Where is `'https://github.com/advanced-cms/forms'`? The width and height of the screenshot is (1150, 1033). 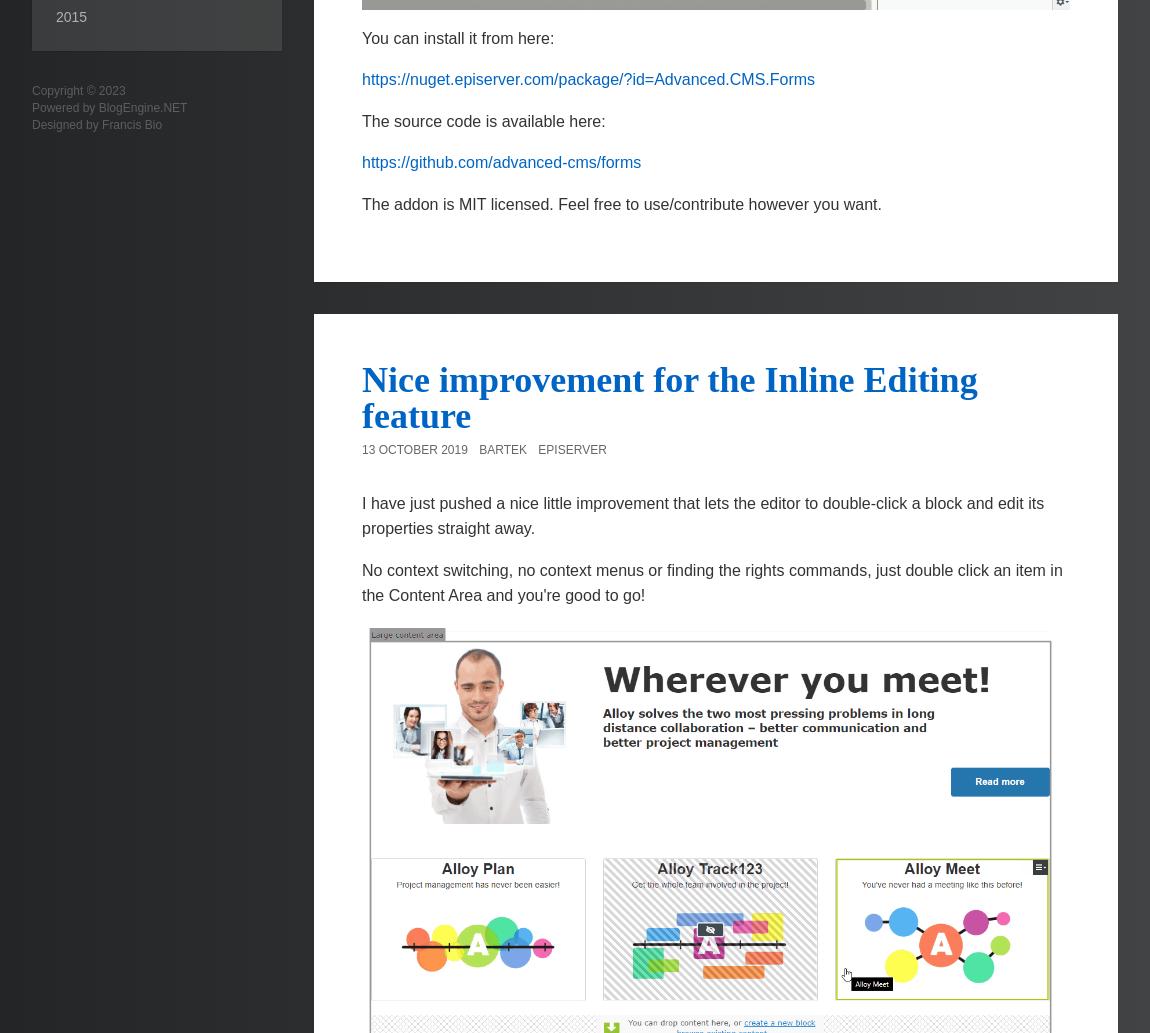 'https://github.com/advanced-cms/forms' is located at coordinates (501, 162).